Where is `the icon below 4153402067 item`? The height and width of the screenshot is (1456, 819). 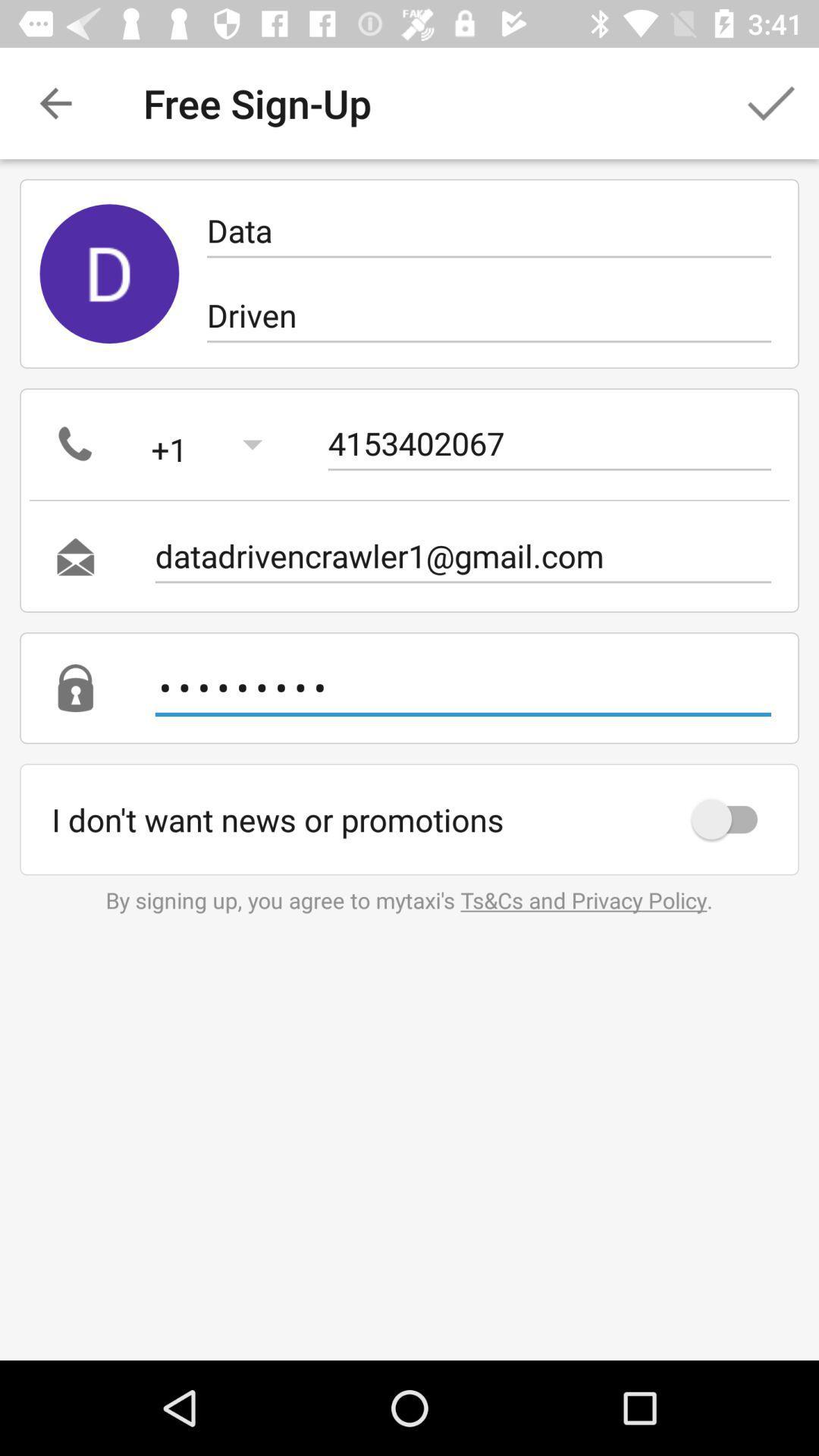
the icon below 4153402067 item is located at coordinates (462, 555).